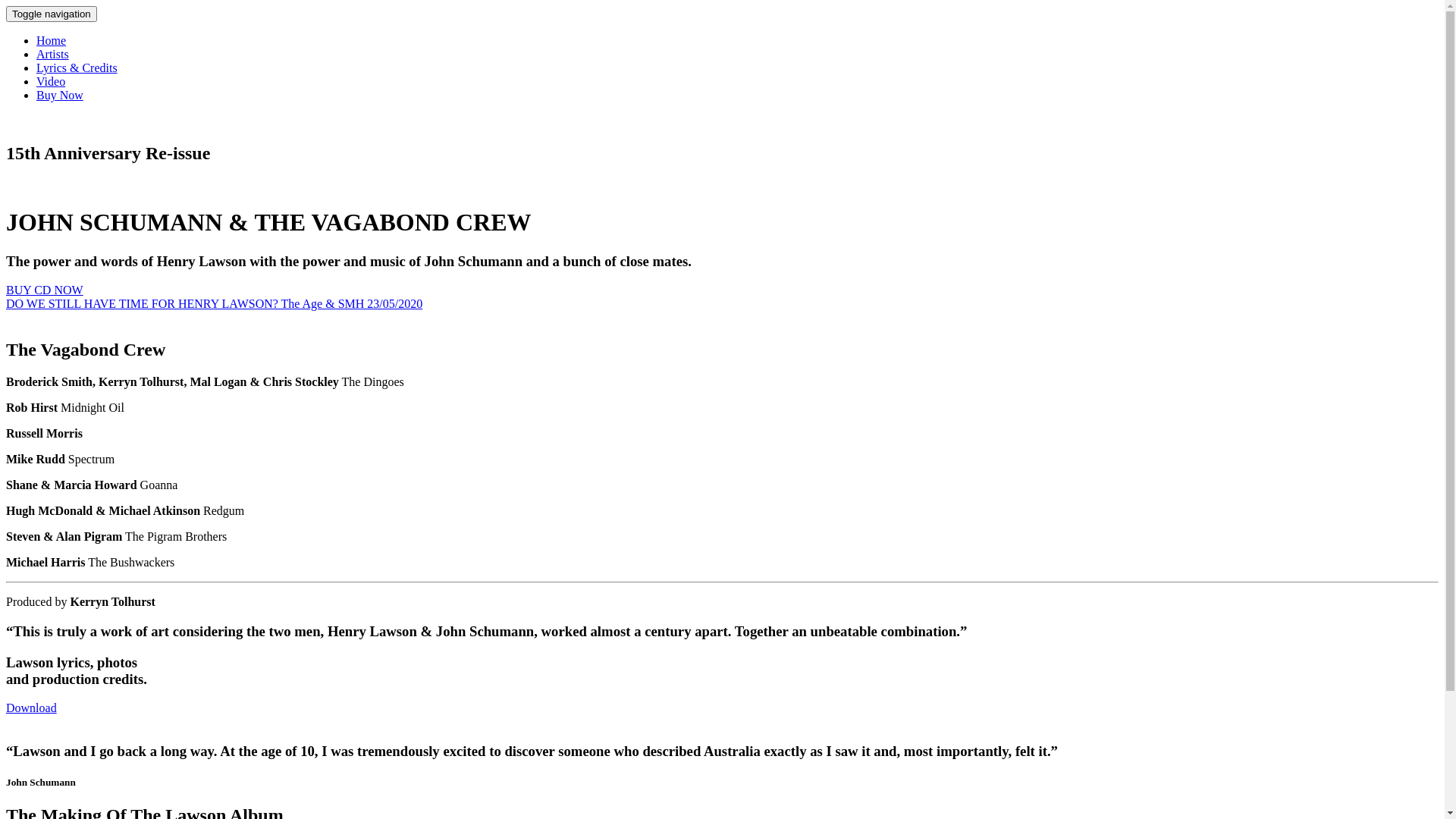 The height and width of the screenshot is (819, 1456). What do you see at coordinates (51, 14) in the screenshot?
I see `'Toggle navigation'` at bounding box center [51, 14].